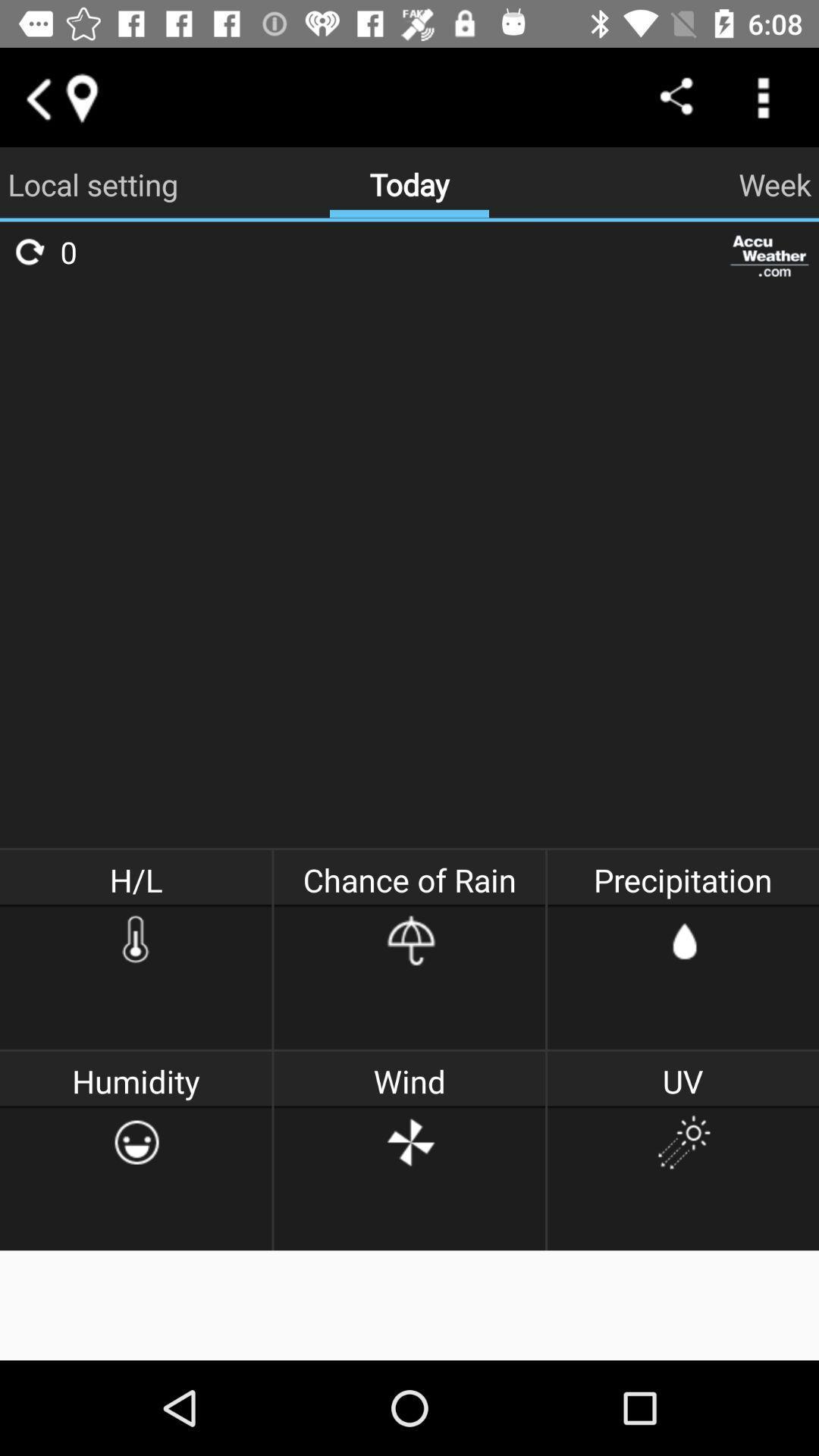 This screenshot has width=819, height=1456. What do you see at coordinates (36, 96) in the screenshot?
I see `go back` at bounding box center [36, 96].